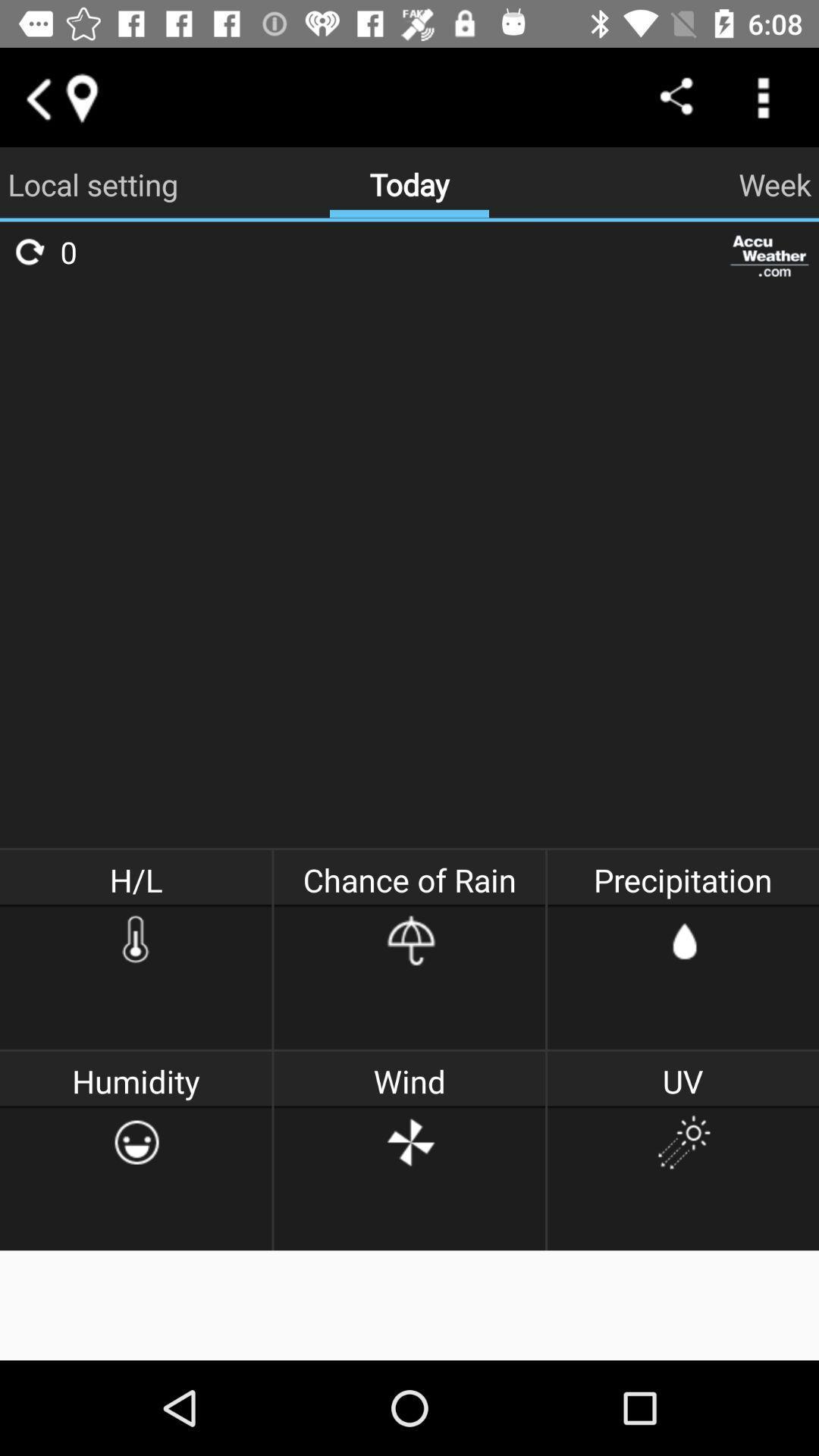 This screenshot has width=819, height=1456. What do you see at coordinates (36, 96) in the screenshot?
I see `go back` at bounding box center [36, 96].